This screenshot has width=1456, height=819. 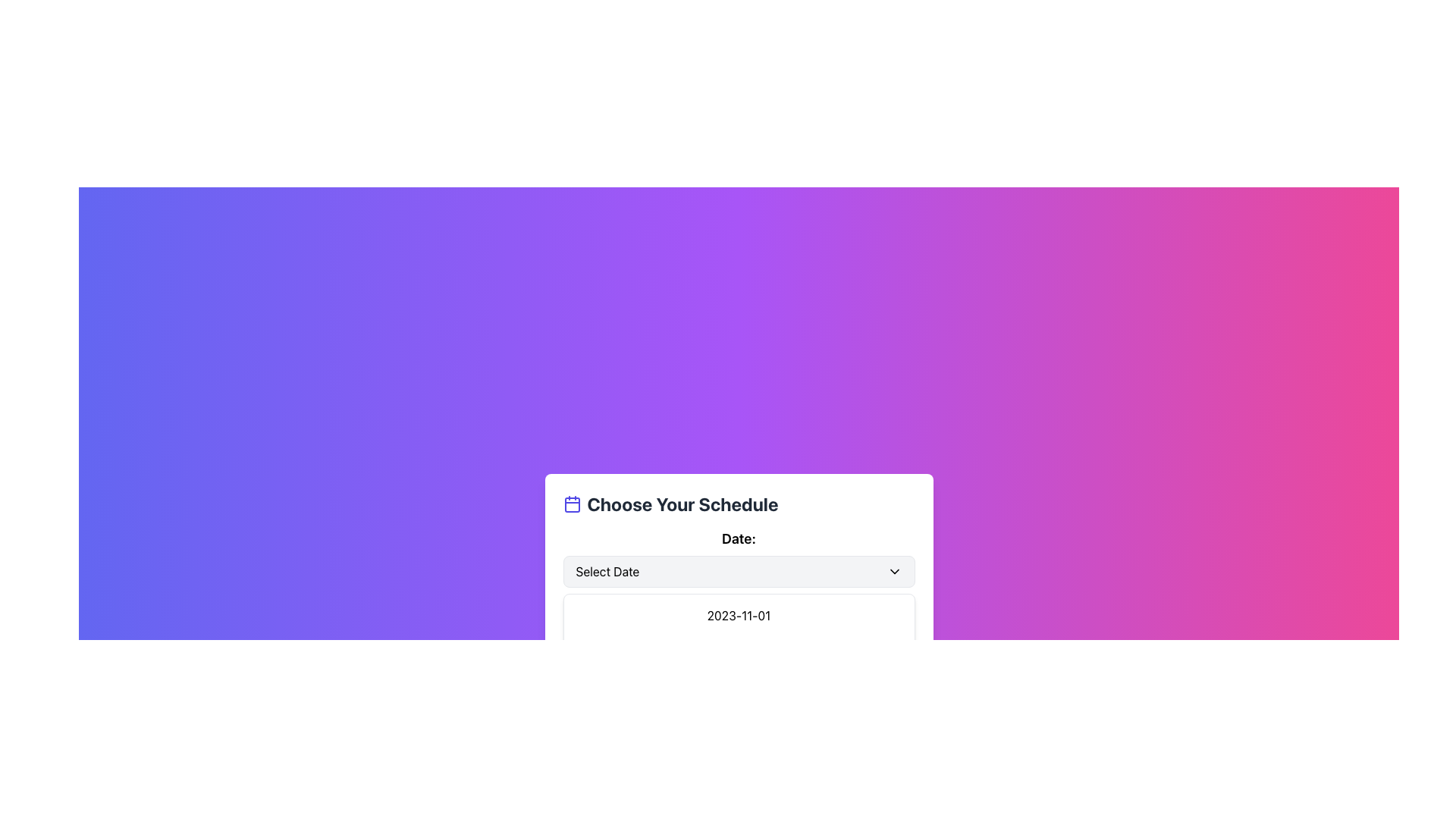 I want to click on the dropdown button for the 'Select Date' input field, so click(x=894, y=571).